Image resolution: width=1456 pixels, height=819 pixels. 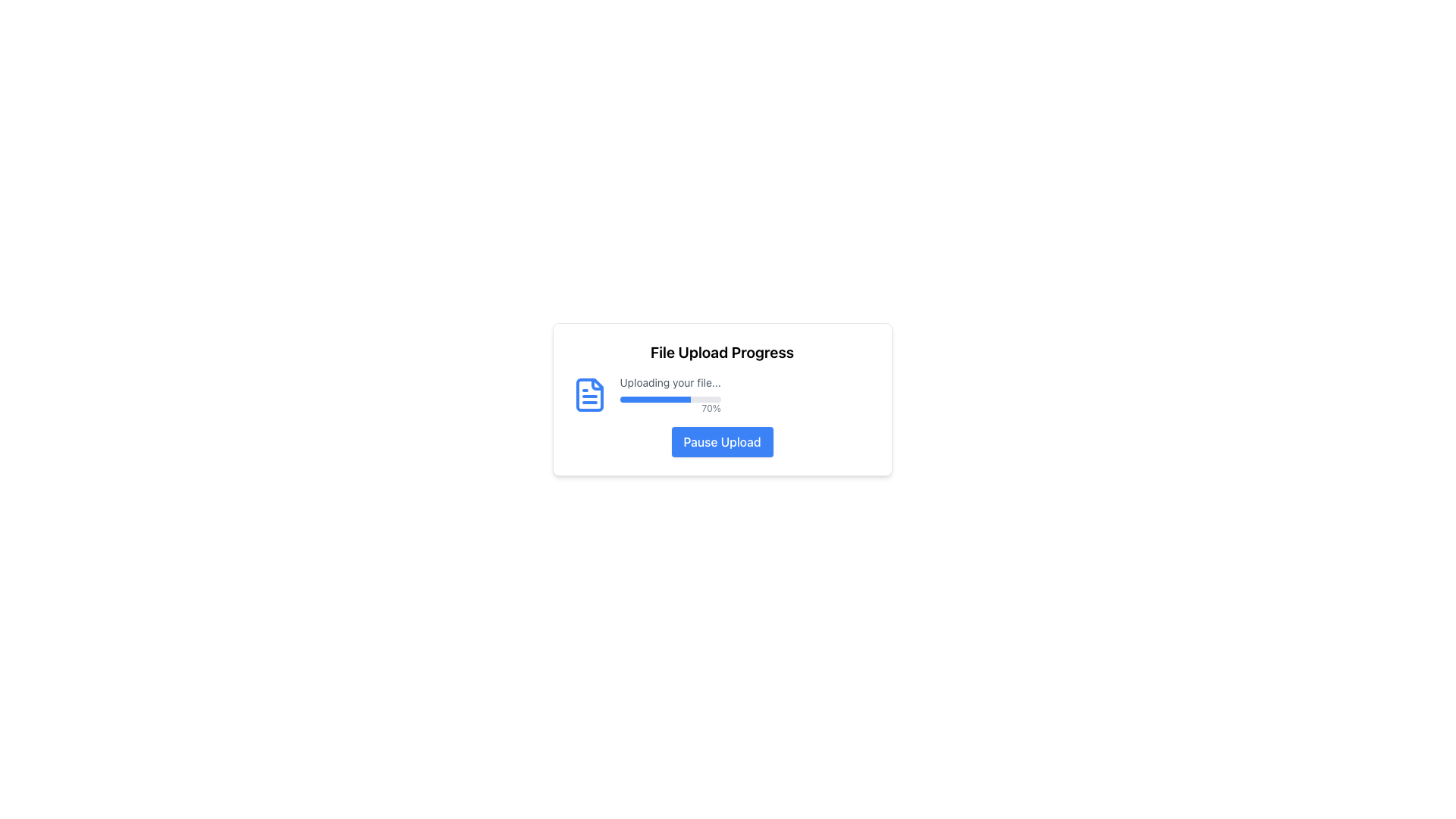 I want to click on the progress indicator for the file upload process, which is located above the 'Pause Upload' button and displays the upload status visually and numerically, so click(x=721, y=394).